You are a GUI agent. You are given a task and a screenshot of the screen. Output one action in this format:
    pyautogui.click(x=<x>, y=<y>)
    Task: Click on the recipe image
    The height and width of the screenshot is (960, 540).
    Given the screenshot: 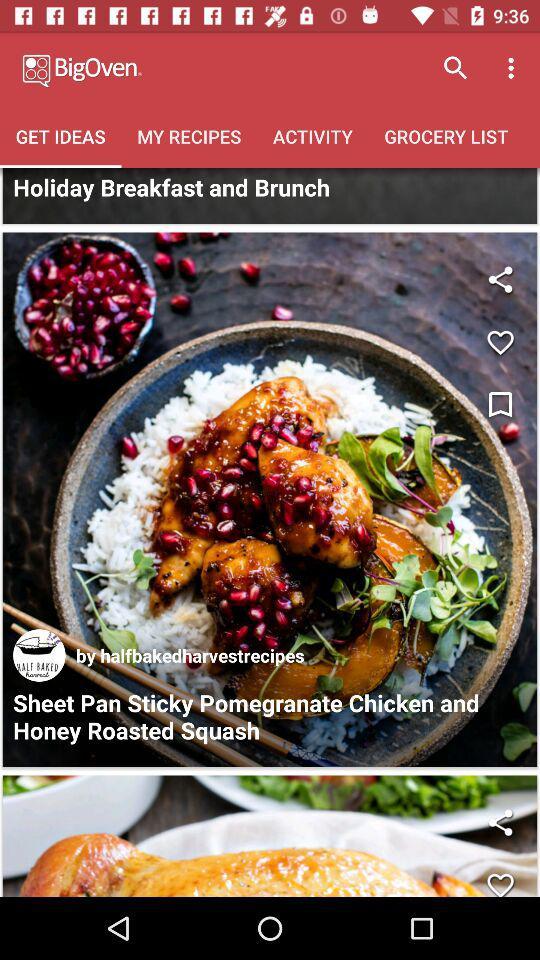 What is the action you would take?
    pyautogui.click(x=270, y=498)
    